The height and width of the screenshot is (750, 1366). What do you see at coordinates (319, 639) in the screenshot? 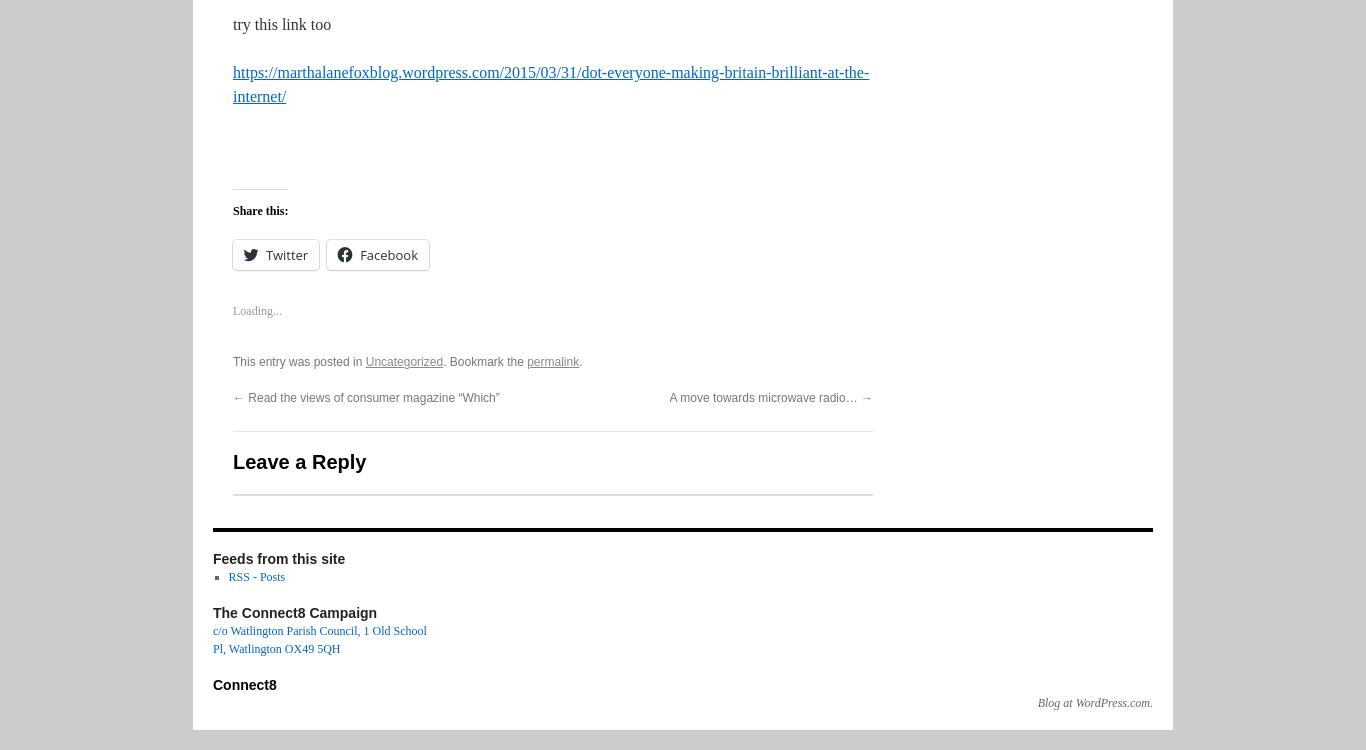
I see `'c/o Watlington Parish Council, 1 Old School Pl, Watlington OX49 5QH'` at bounding box center [319, 639].